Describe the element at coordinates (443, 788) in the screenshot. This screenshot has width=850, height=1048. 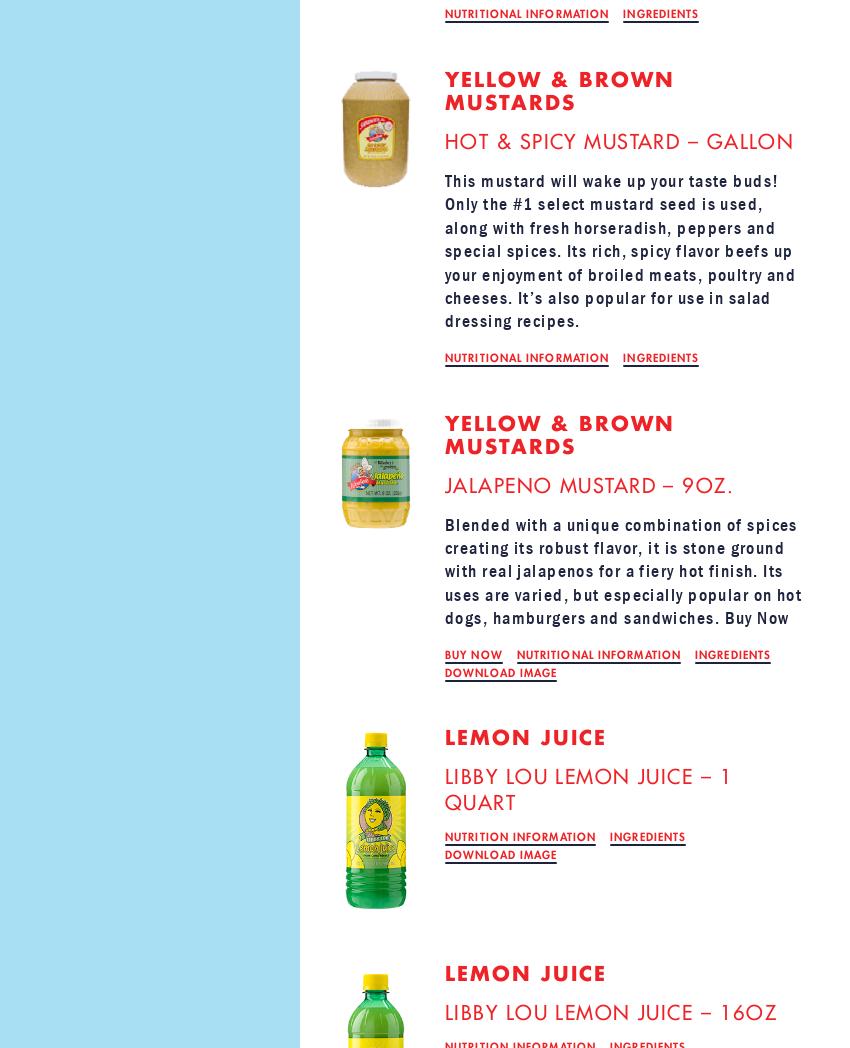
I see `'LIBBY LOU LEMON JUICE – 1 QUART'` at that location.